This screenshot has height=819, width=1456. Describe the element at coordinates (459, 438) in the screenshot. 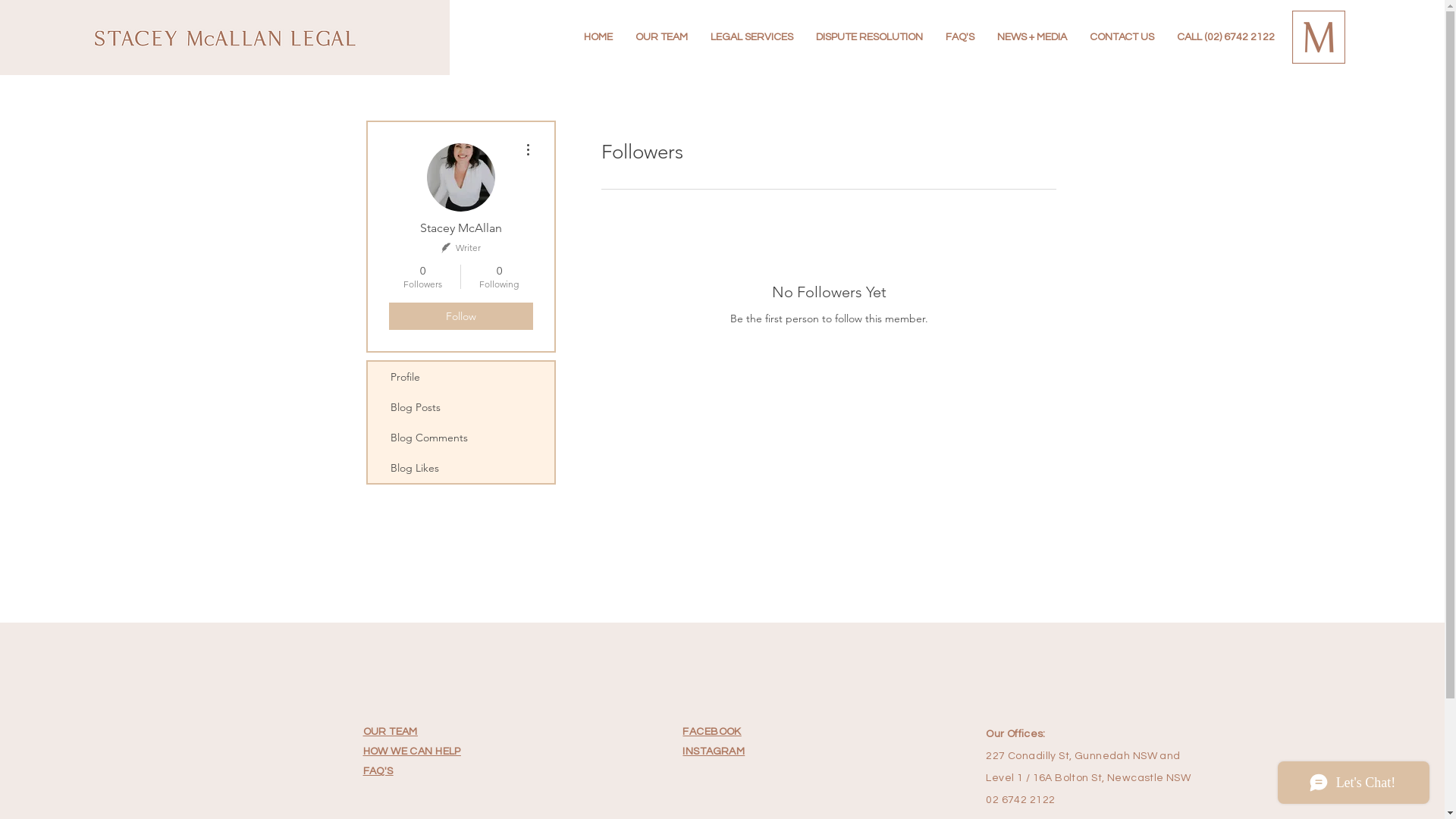

I see `'Blog Comments'` at that location.